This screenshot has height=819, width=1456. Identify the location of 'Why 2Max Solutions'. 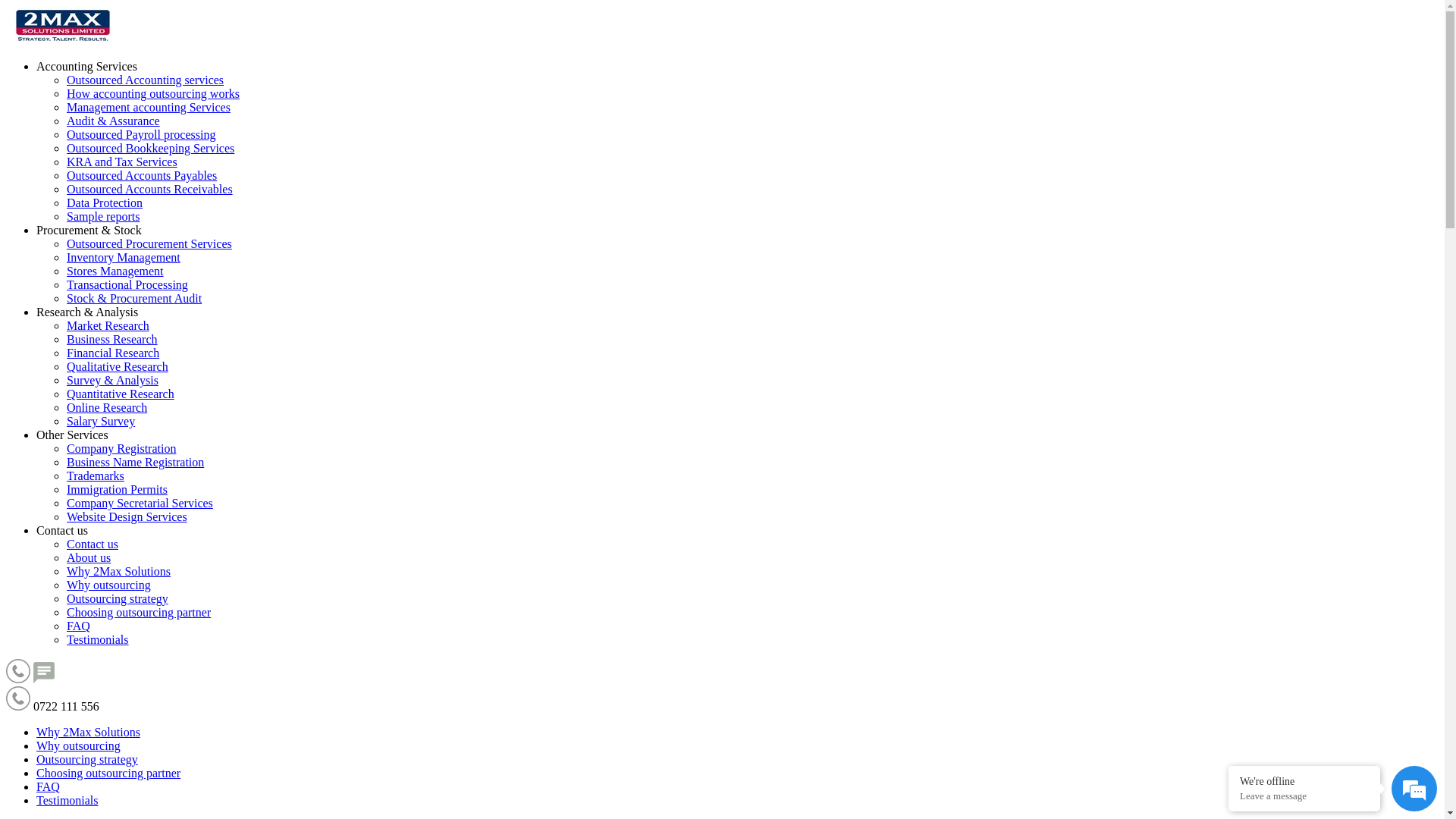
(87, 731).